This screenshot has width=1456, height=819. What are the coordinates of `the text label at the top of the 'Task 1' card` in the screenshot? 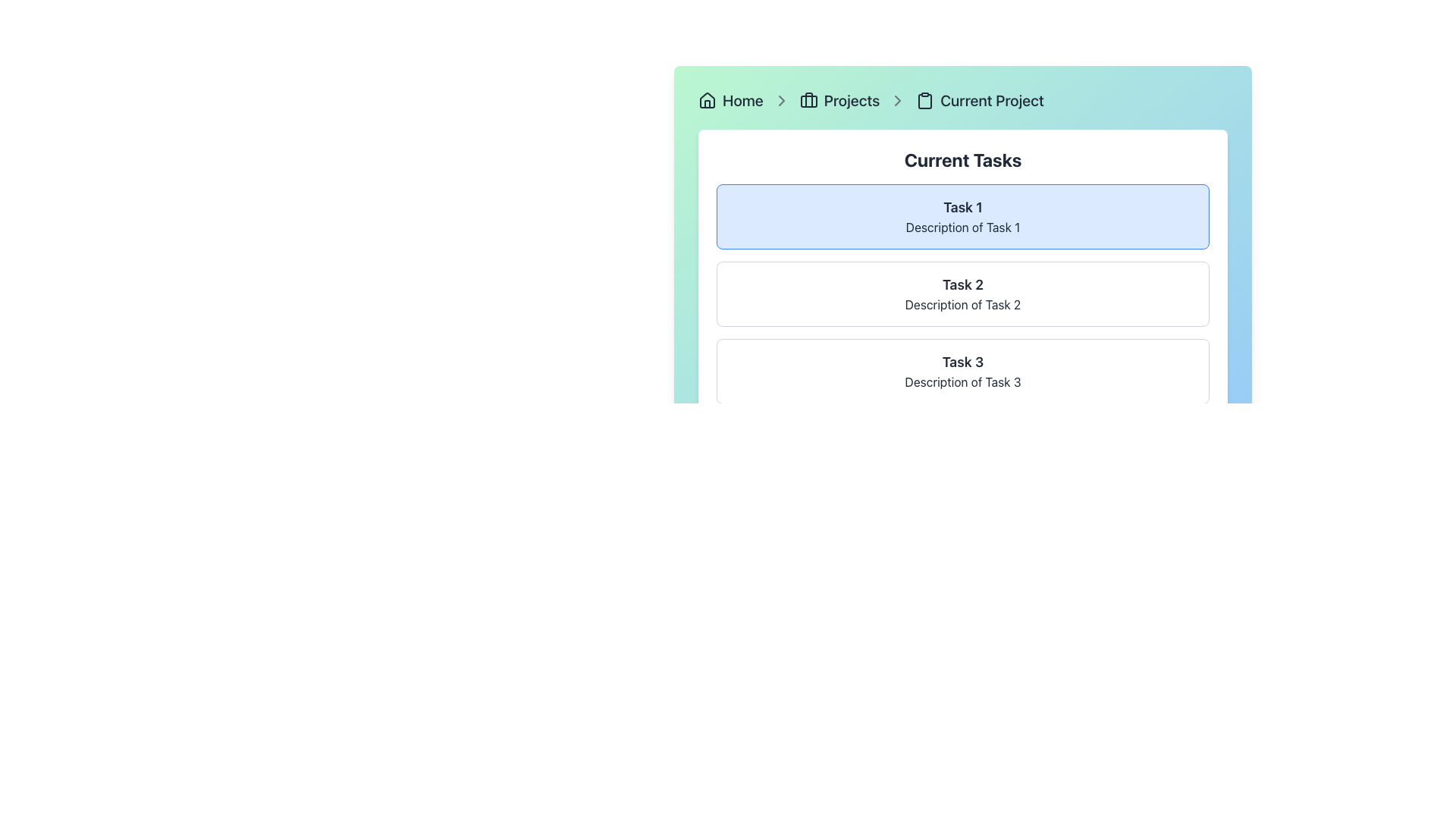 It's located at (962, 207).